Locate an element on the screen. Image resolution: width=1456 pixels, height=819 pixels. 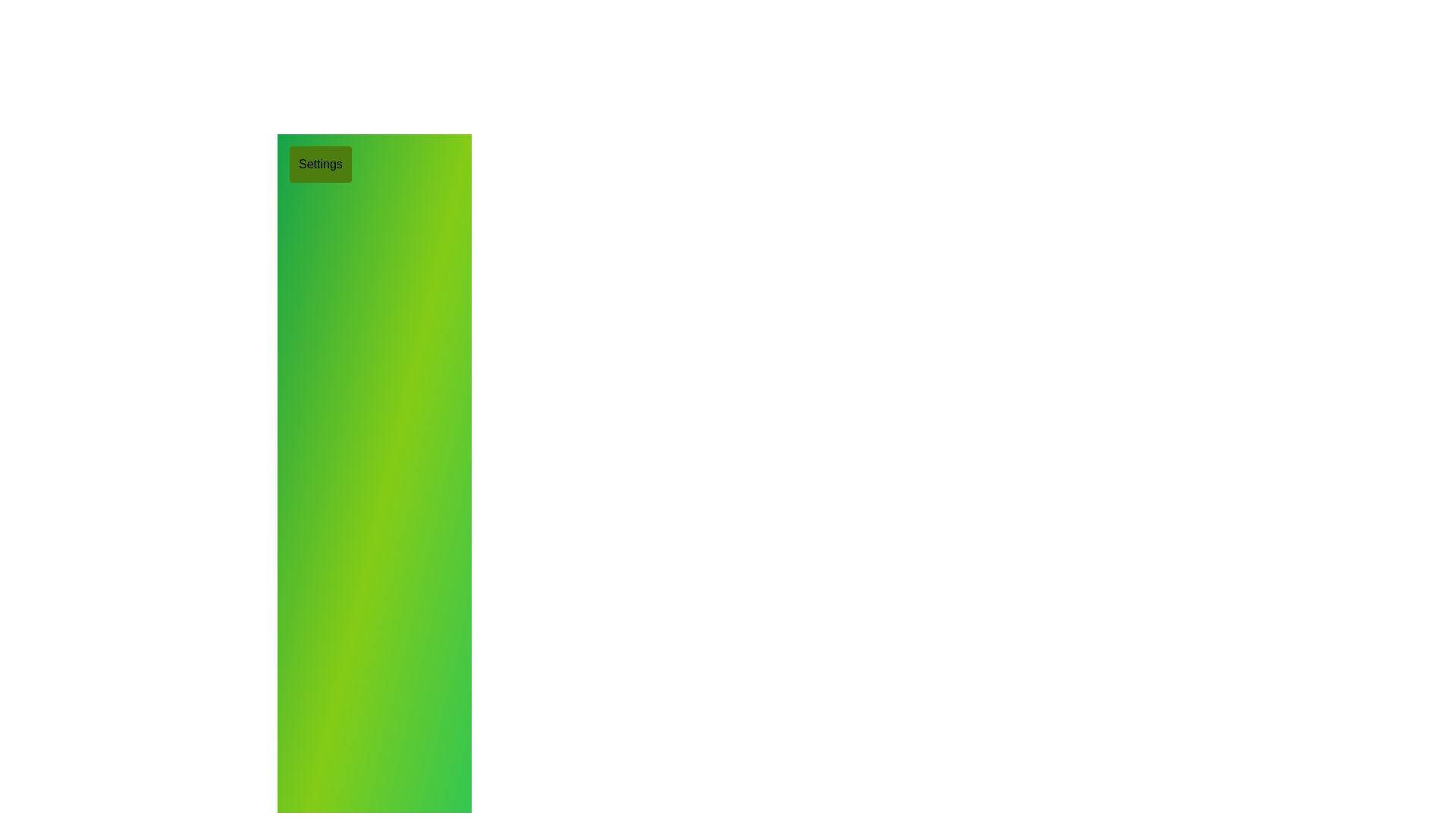
the 'Settings' button is located at coordinates (319, 164).